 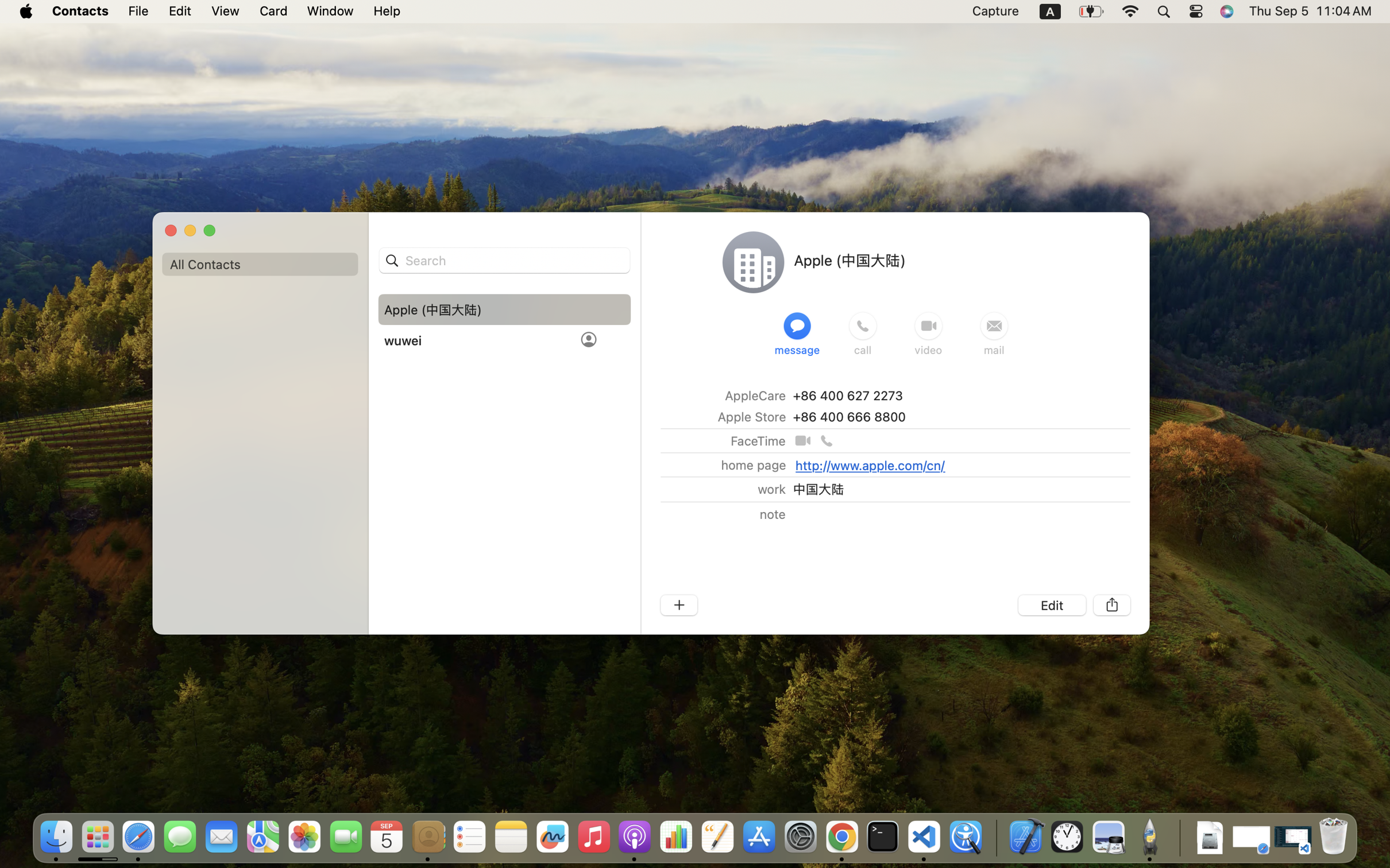 I want to click on '中国大陆', so click(x=817, y=489).